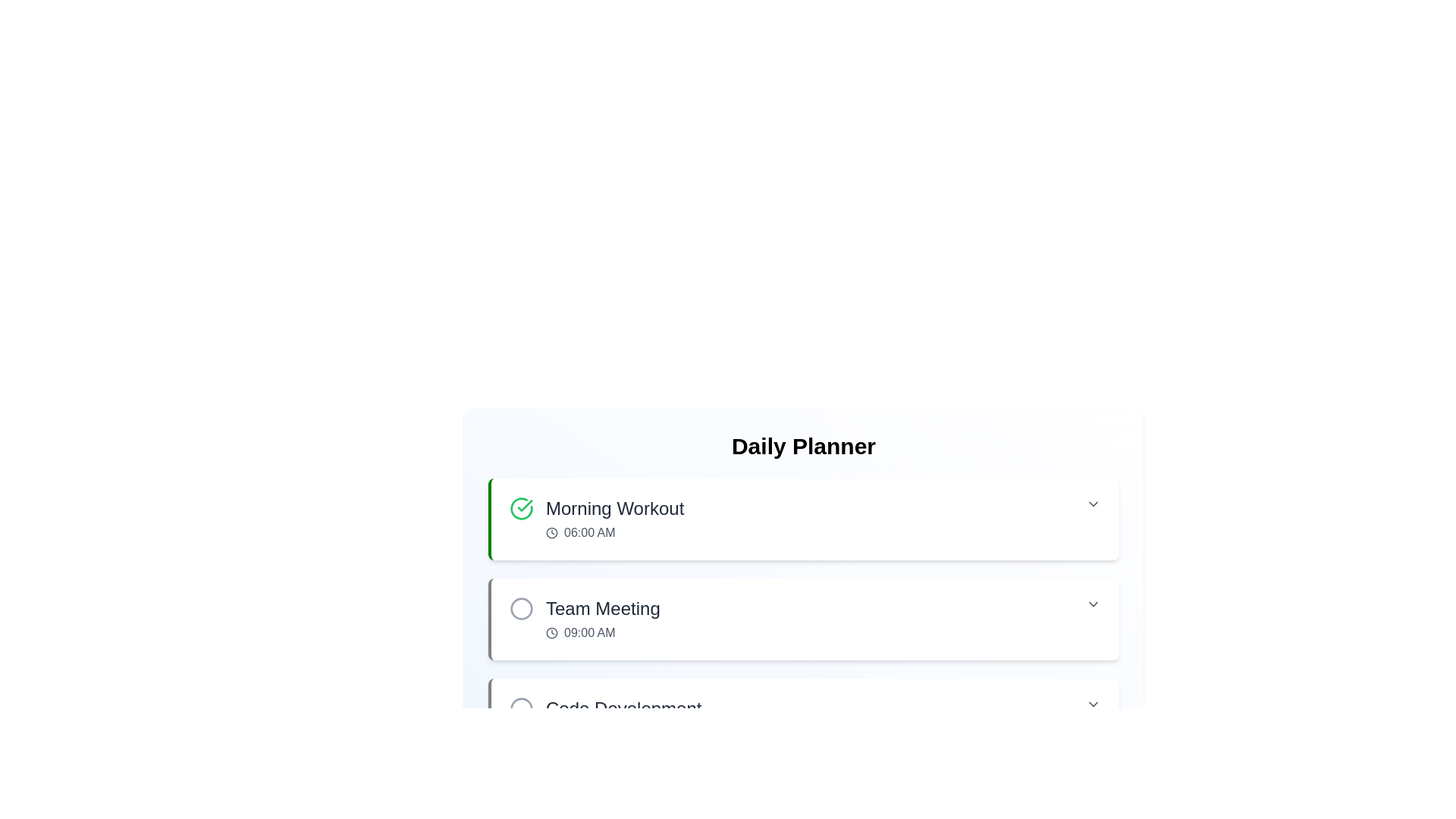 This screenshot has width=1456, height=819. What do you see at coordinates (602, 607) in the screenshot?
I see `the Text label that serves as the title of a specific event in the daily planner to associate it with the corresponding event details` at bounding box center [602, 607].